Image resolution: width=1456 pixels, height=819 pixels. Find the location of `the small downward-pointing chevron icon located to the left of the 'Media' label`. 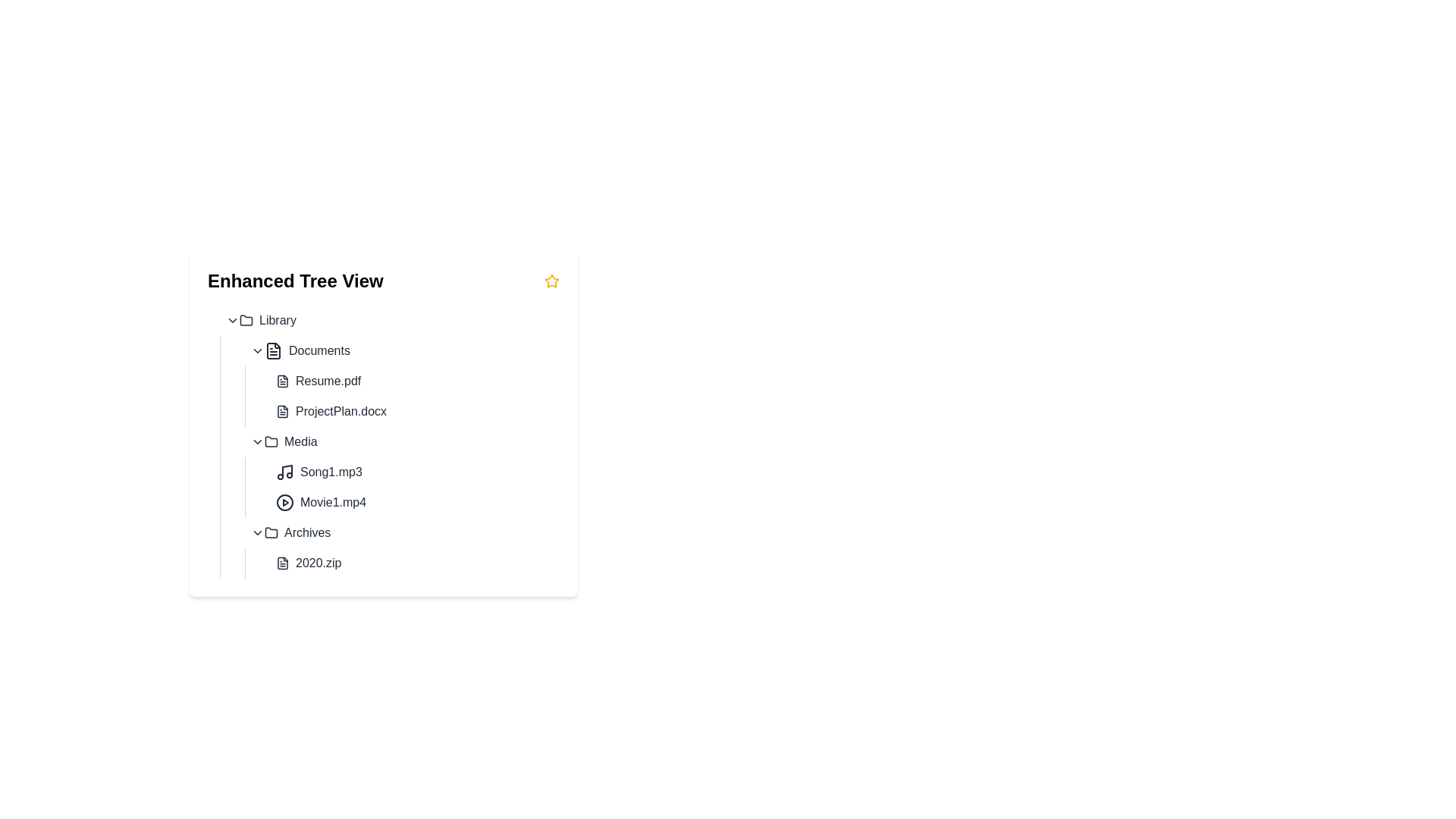

the small downward-pointing chevron icon located to the left of the 'Media' label is located at coordinates (258, 441).